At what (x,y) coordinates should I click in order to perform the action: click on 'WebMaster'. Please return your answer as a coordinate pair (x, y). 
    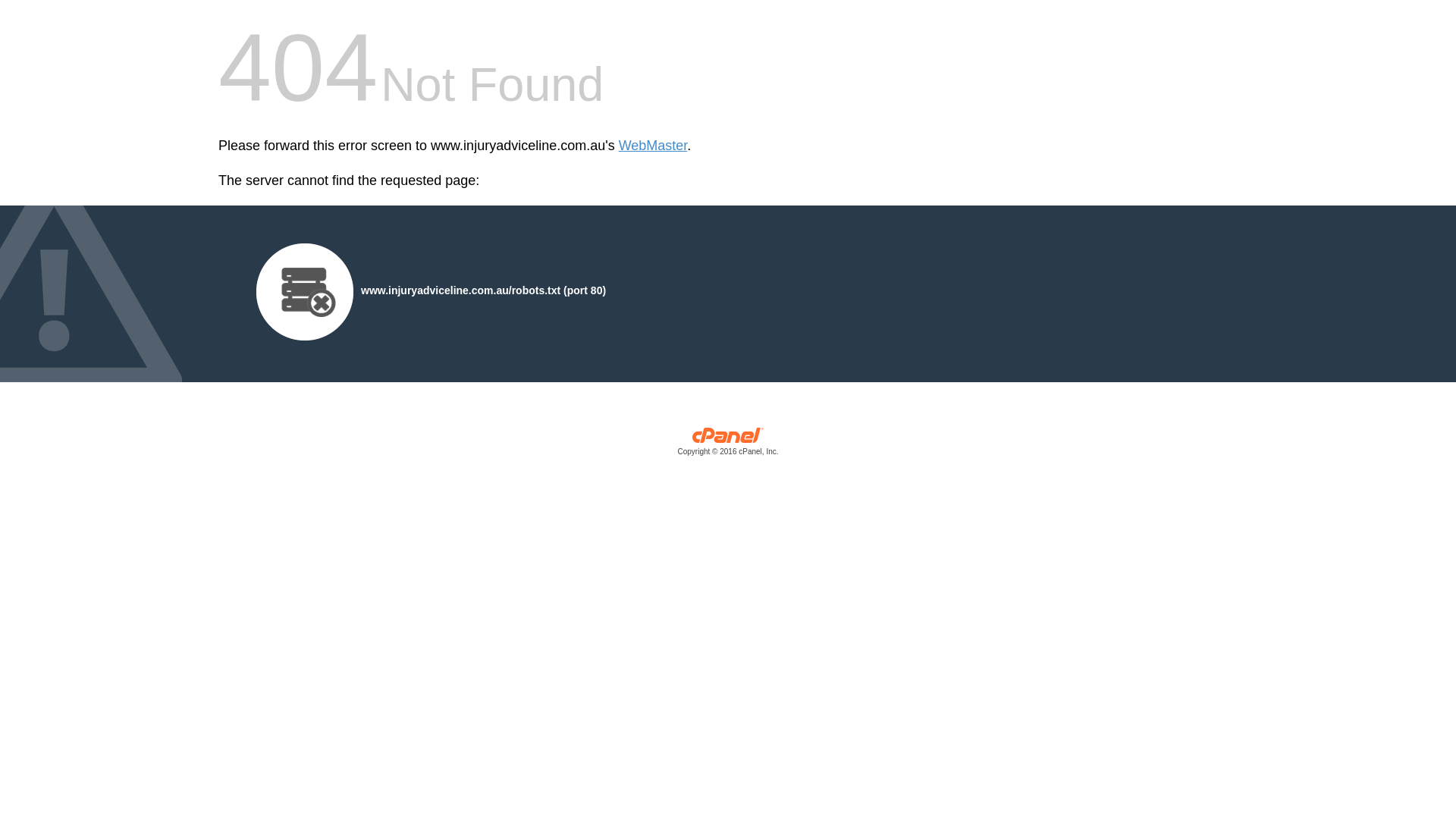
    Looking at the image, I should click on (619, 146).